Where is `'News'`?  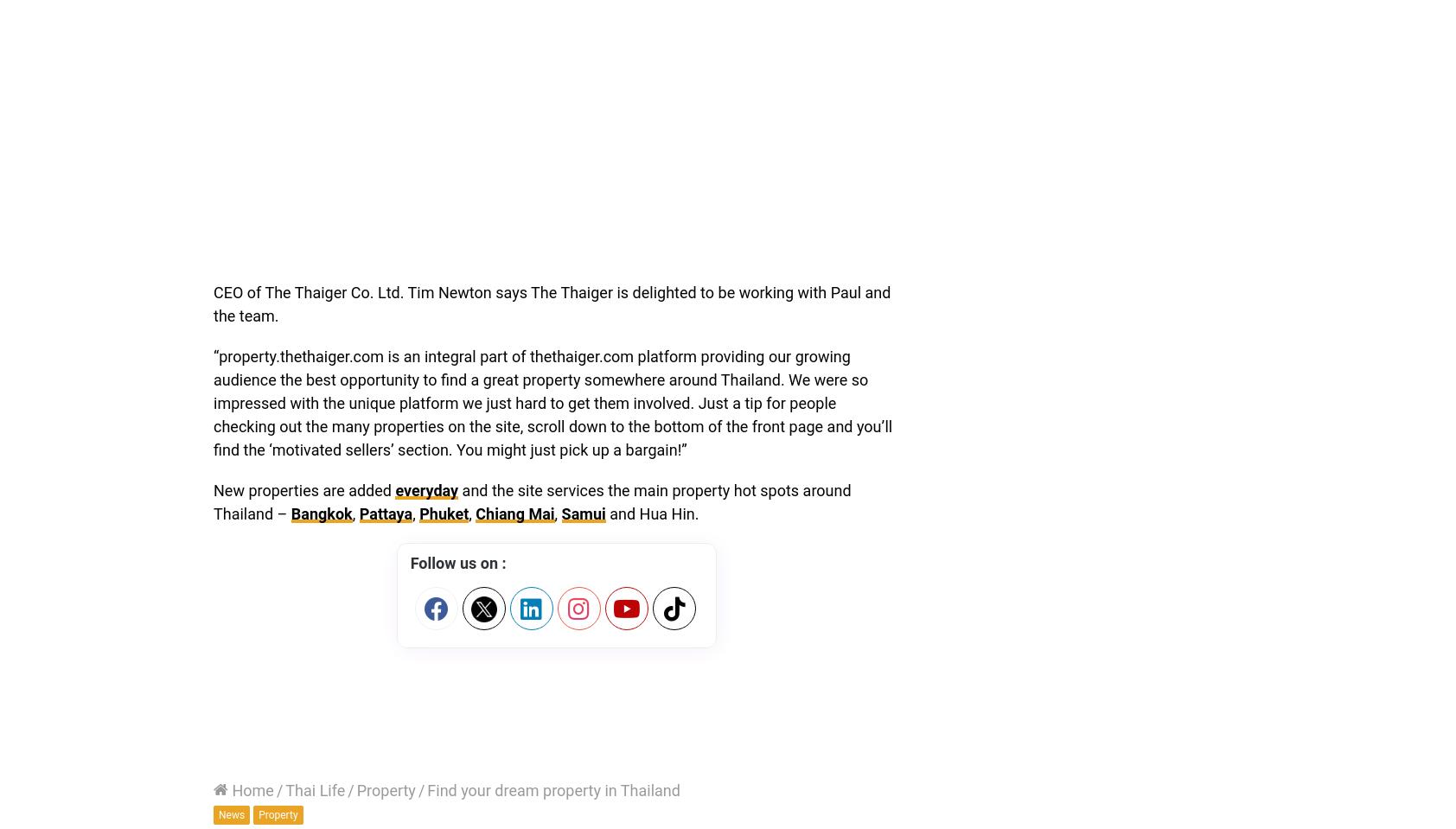 'News' is located at coordinates (218, 814).